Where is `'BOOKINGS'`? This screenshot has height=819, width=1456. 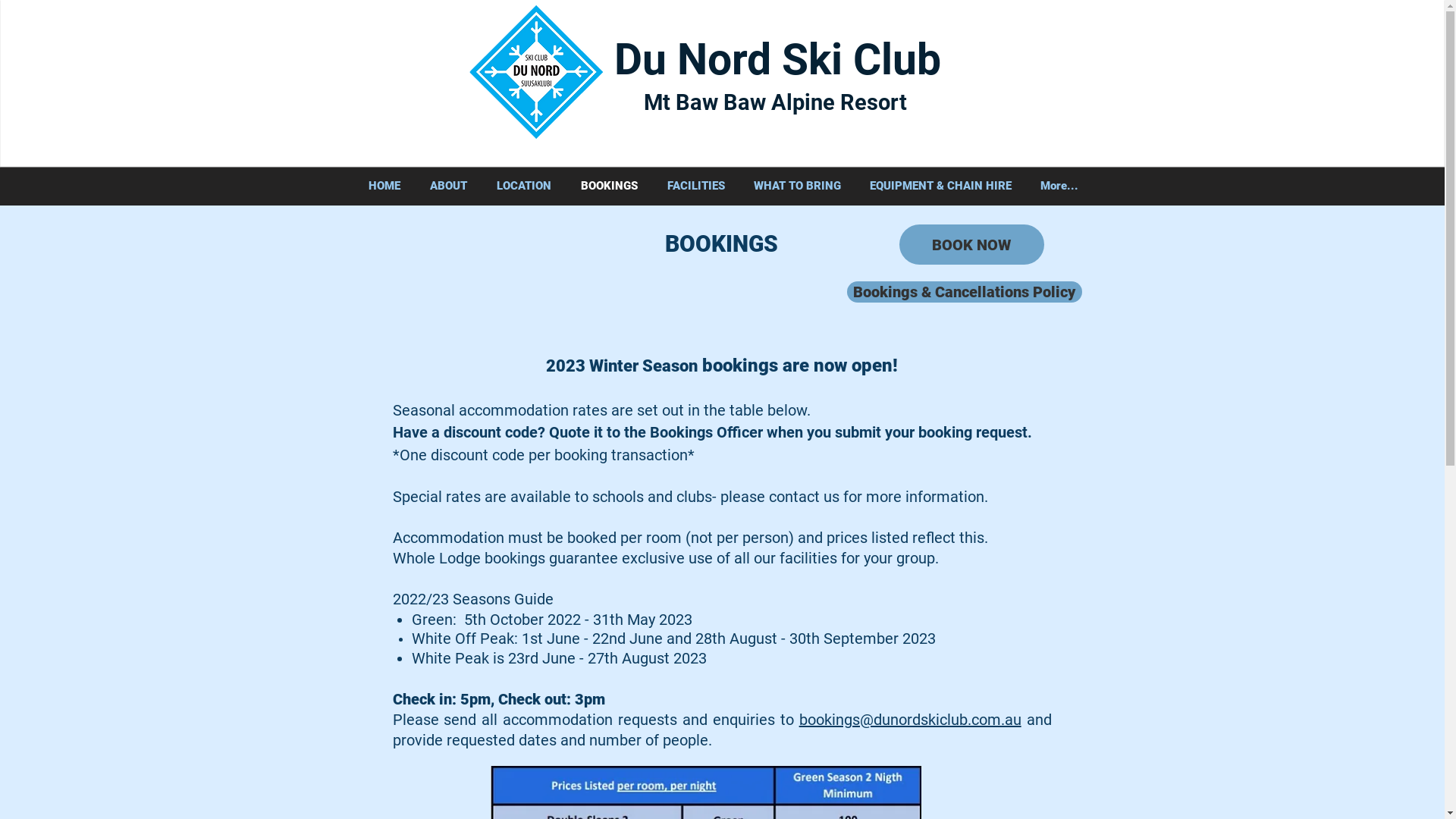 'BOOKINGS' is located at coordinates (608, 185).